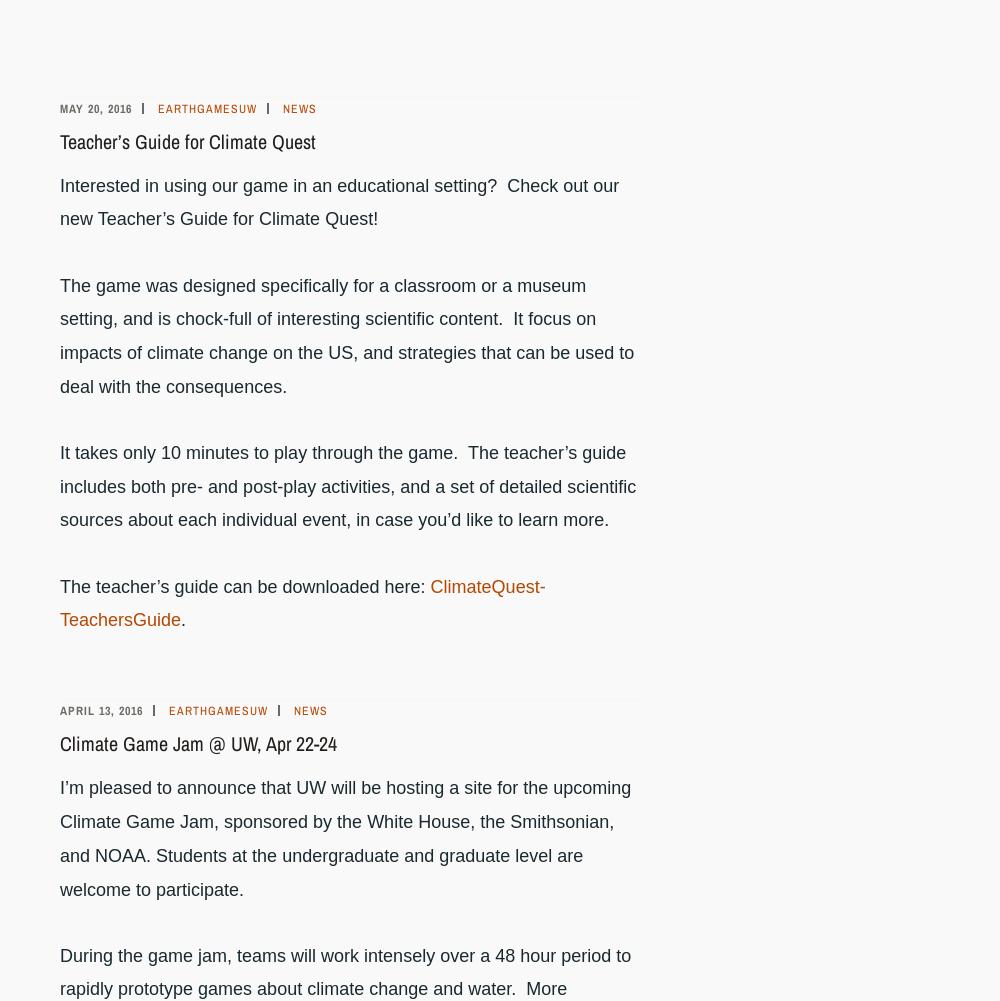 The width and height of the screenshot is (1000, 1001). Describe the element at coordinates (244, 585) in the screenshot. I see `'The teacher’s guide can be downloaded here:'` at that location.